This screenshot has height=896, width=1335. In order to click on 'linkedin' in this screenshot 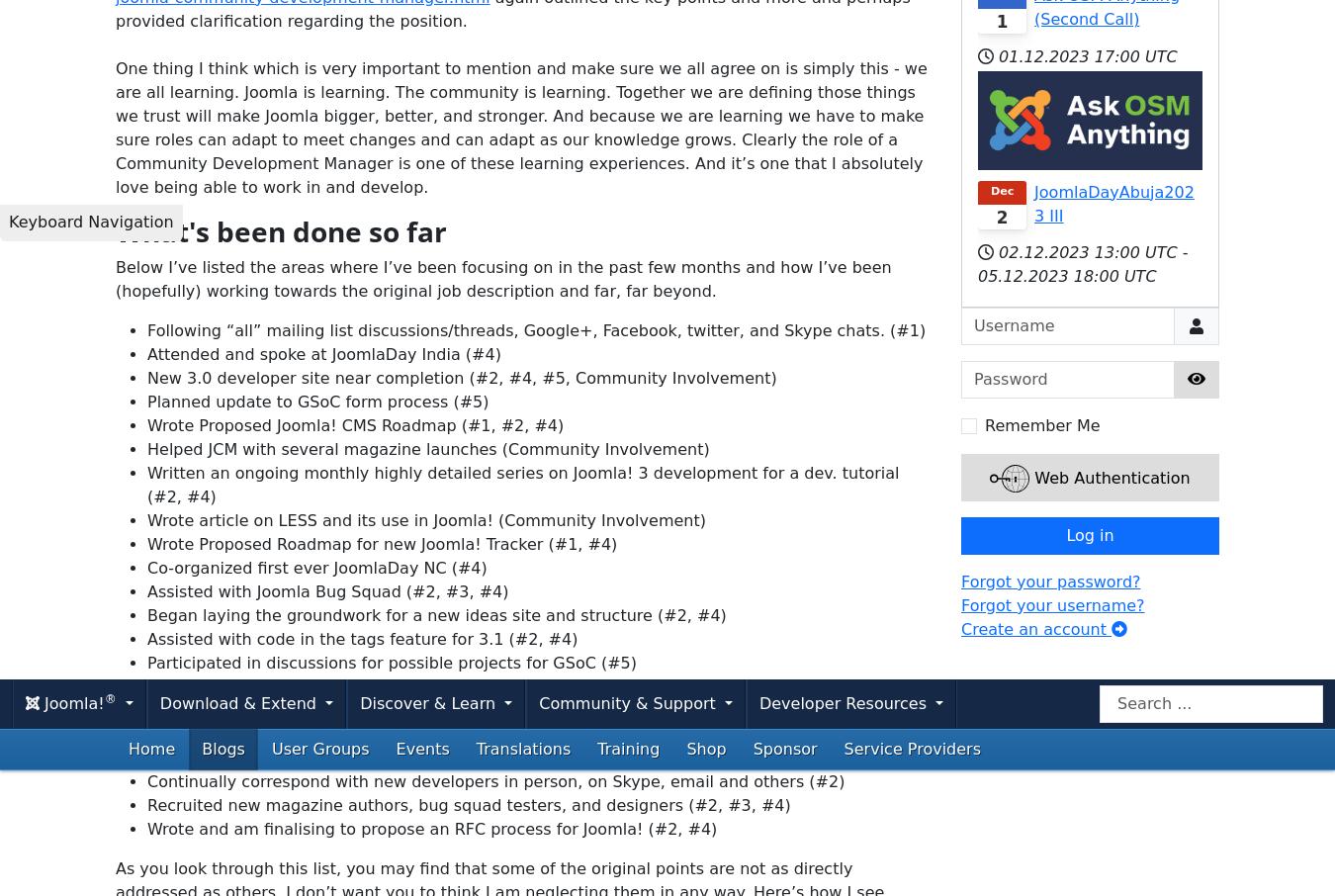, I will do `click(698, 647)`.